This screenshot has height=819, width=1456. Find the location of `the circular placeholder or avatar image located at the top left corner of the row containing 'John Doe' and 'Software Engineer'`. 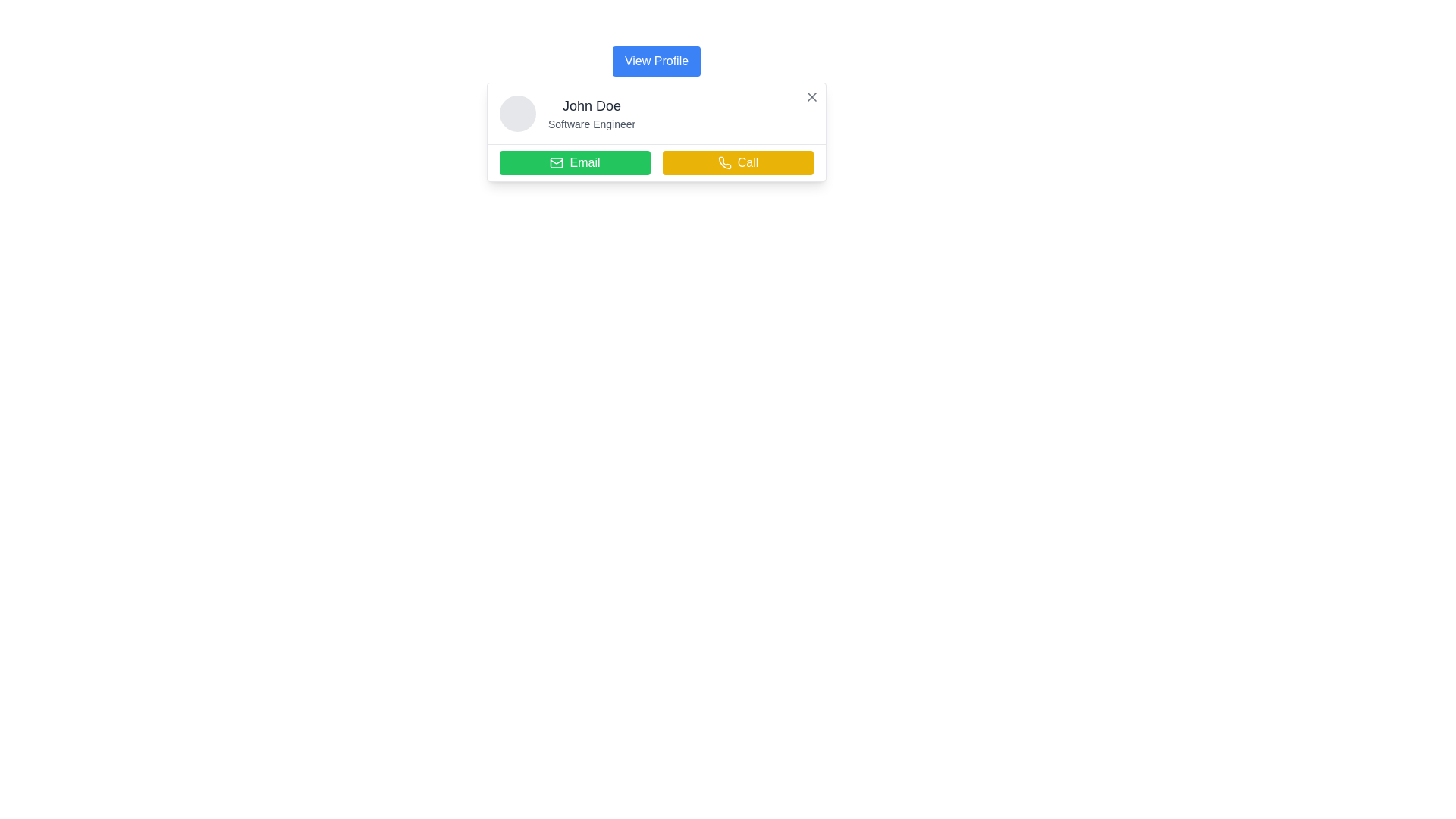

the circular placeholder or avatar image located at the top left corner of the row containing 'John Doe' and 'Software Engineer' is located at coordinates (517, 113).